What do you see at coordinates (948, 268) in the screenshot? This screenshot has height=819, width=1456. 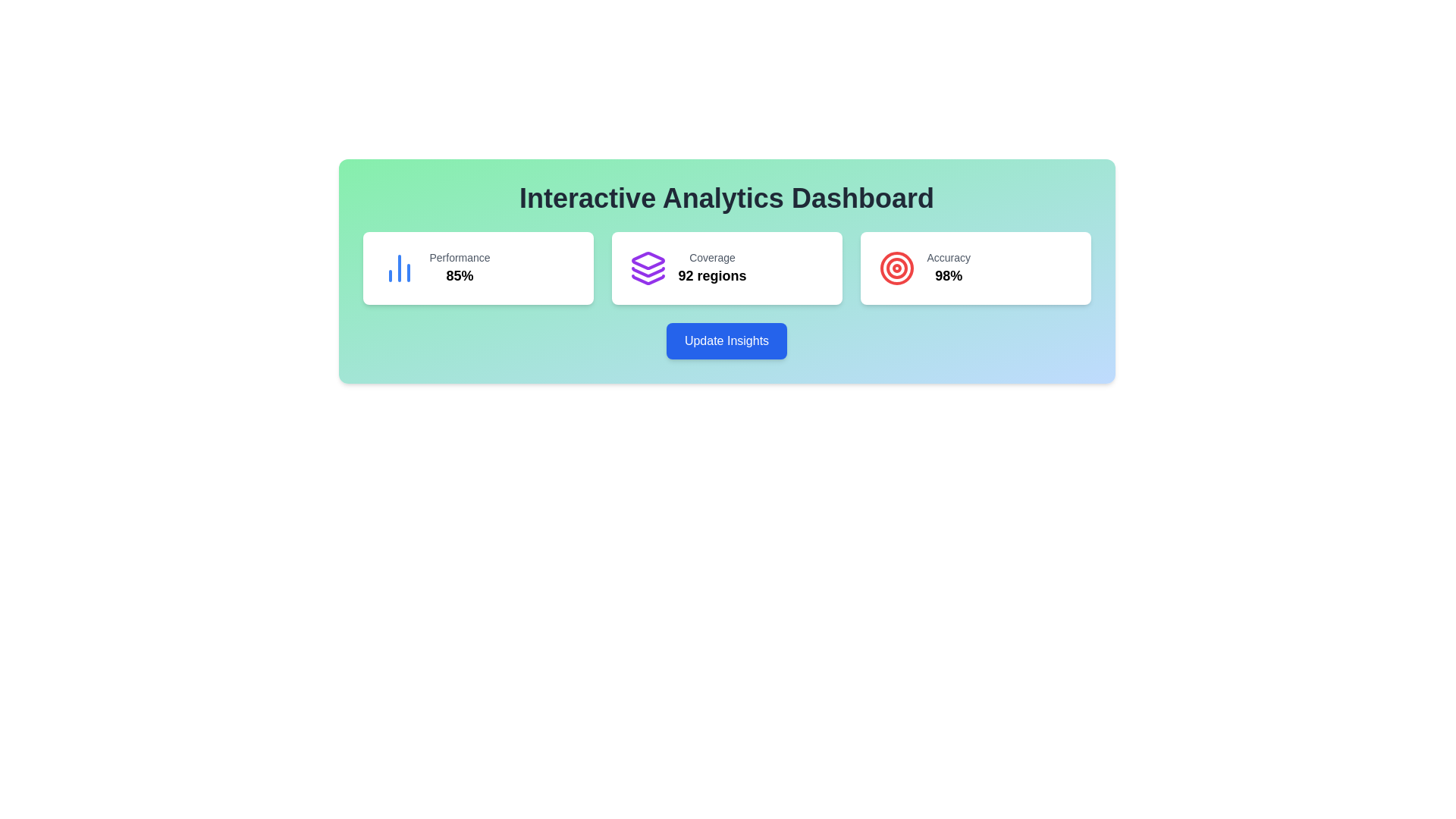 I see `the informational label displaying 'Accuracy' and '98%' located in the rightmost card of the layout` at bounding box center [948, 268].